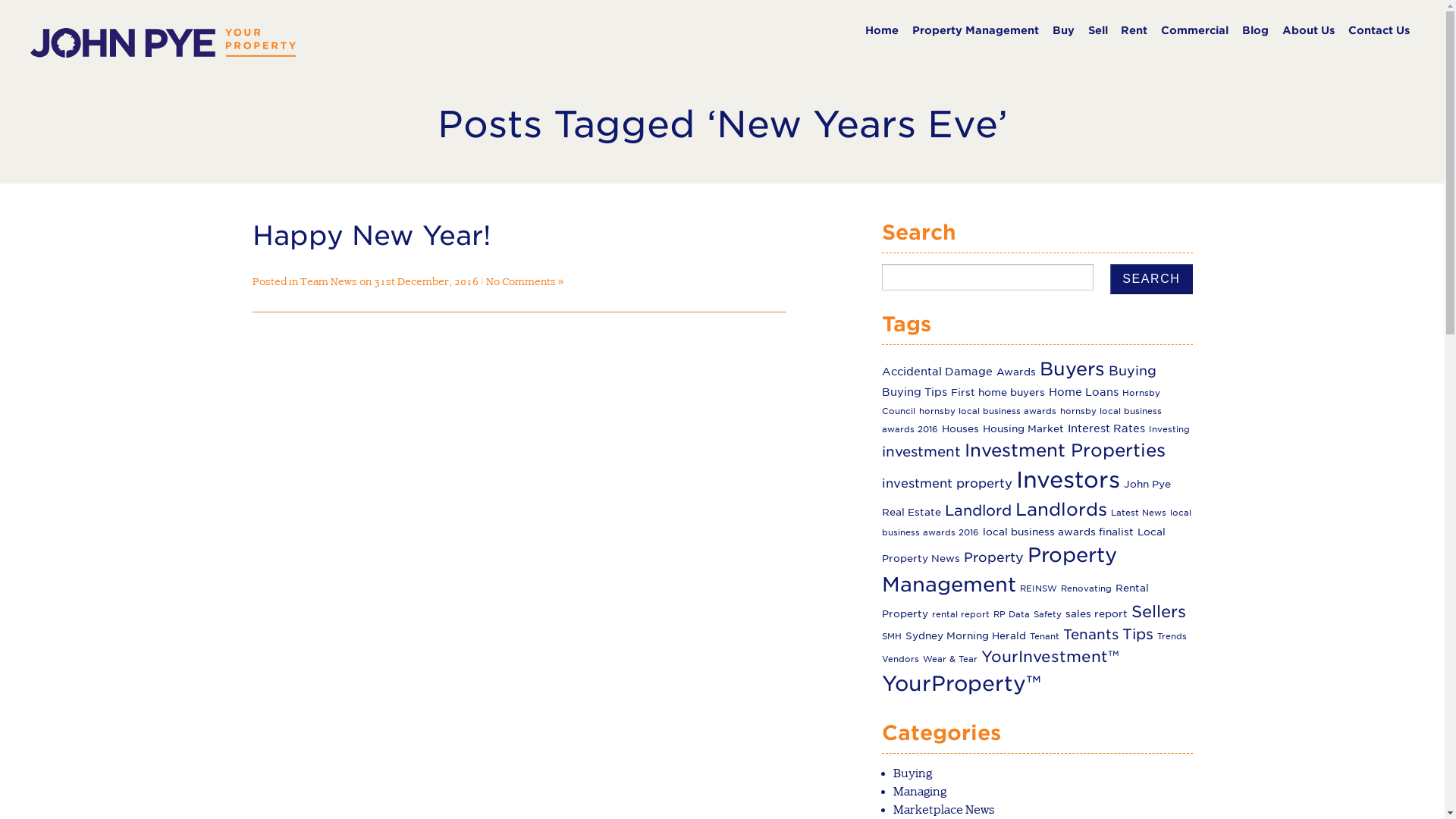  What do you see at coordinates (1064, 449) in the screenshot?
I see `'Investment Properties'` at bounding box center [1064, 449].